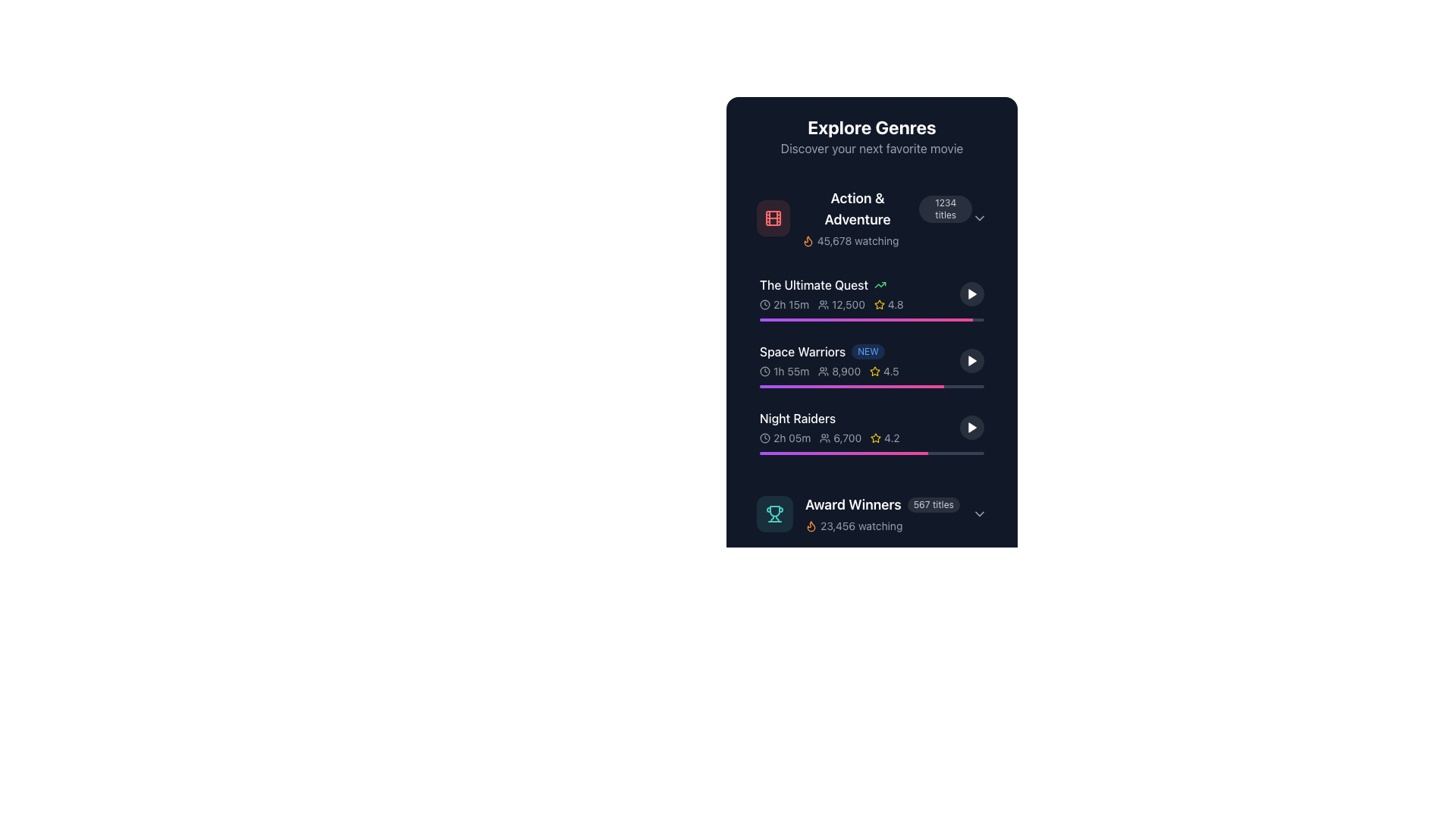 The height and width of the screenshot is (819, 1456). What do you see at coordinates (773, 218) in the screenshot?
I see `the square-shaped Icon Button with a film reel icon, which has a light red background and is located next to the text 'Action & Adventure'` at bounding box center [773, 218].